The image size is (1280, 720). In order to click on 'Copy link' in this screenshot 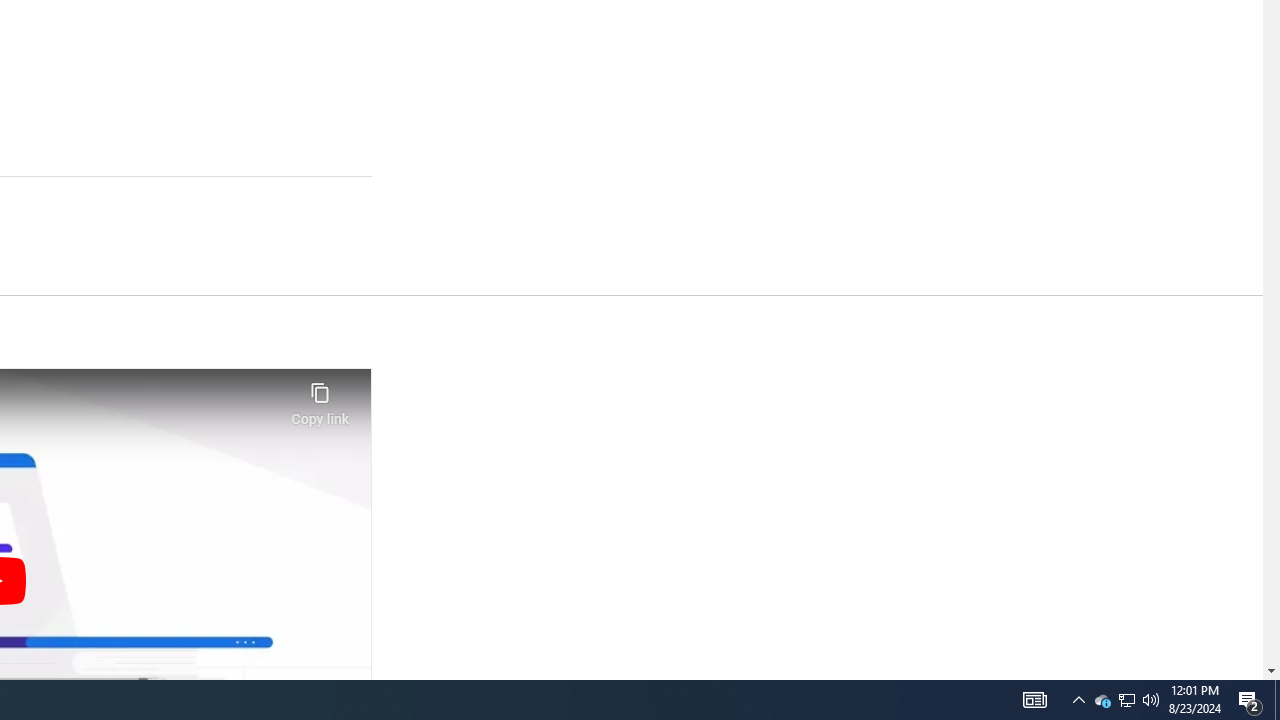, I will do `click(320, 398)`.